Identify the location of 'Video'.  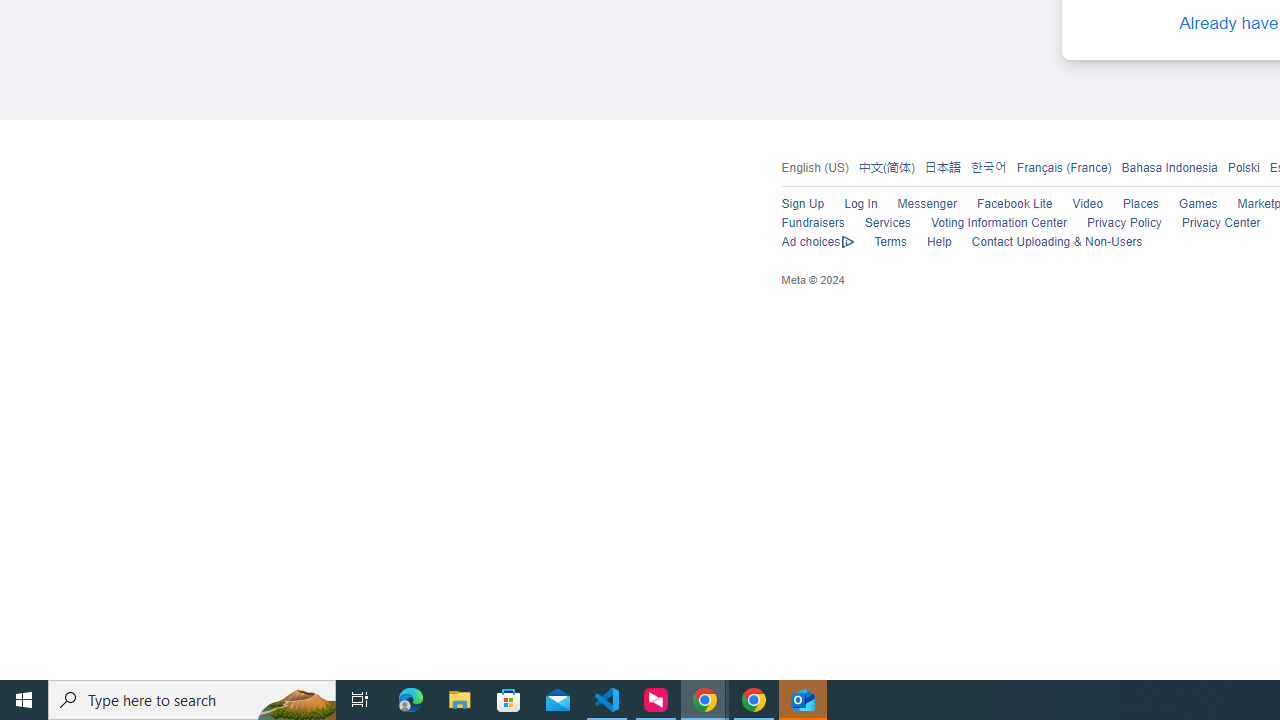
(1087, 204).